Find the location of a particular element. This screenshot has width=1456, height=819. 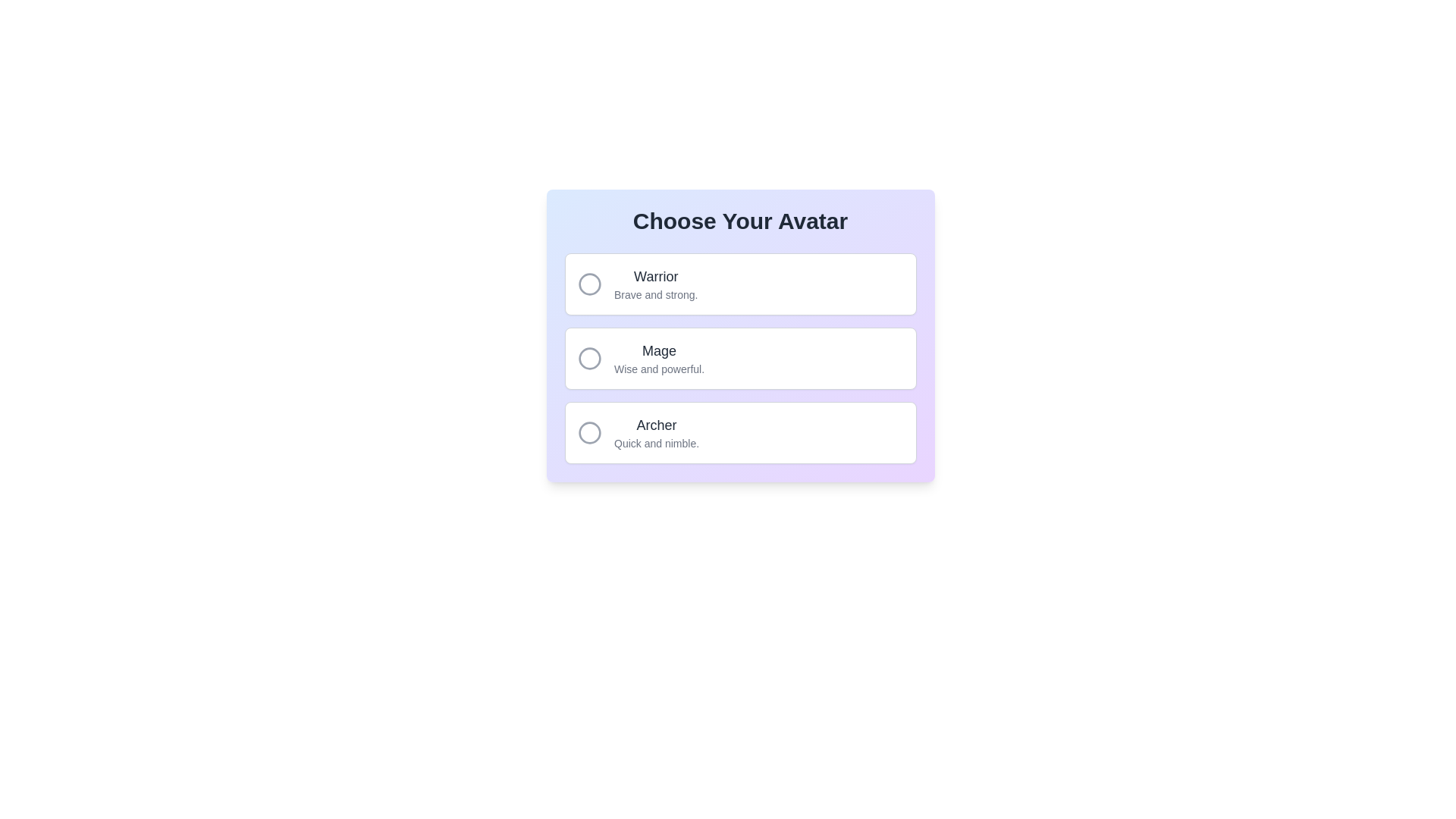

the static text that provides additional information about the 'Archer' avatar option, located below the text 'Archer' in the third option group of the avatar choices list is located at coordinates (656, 444).